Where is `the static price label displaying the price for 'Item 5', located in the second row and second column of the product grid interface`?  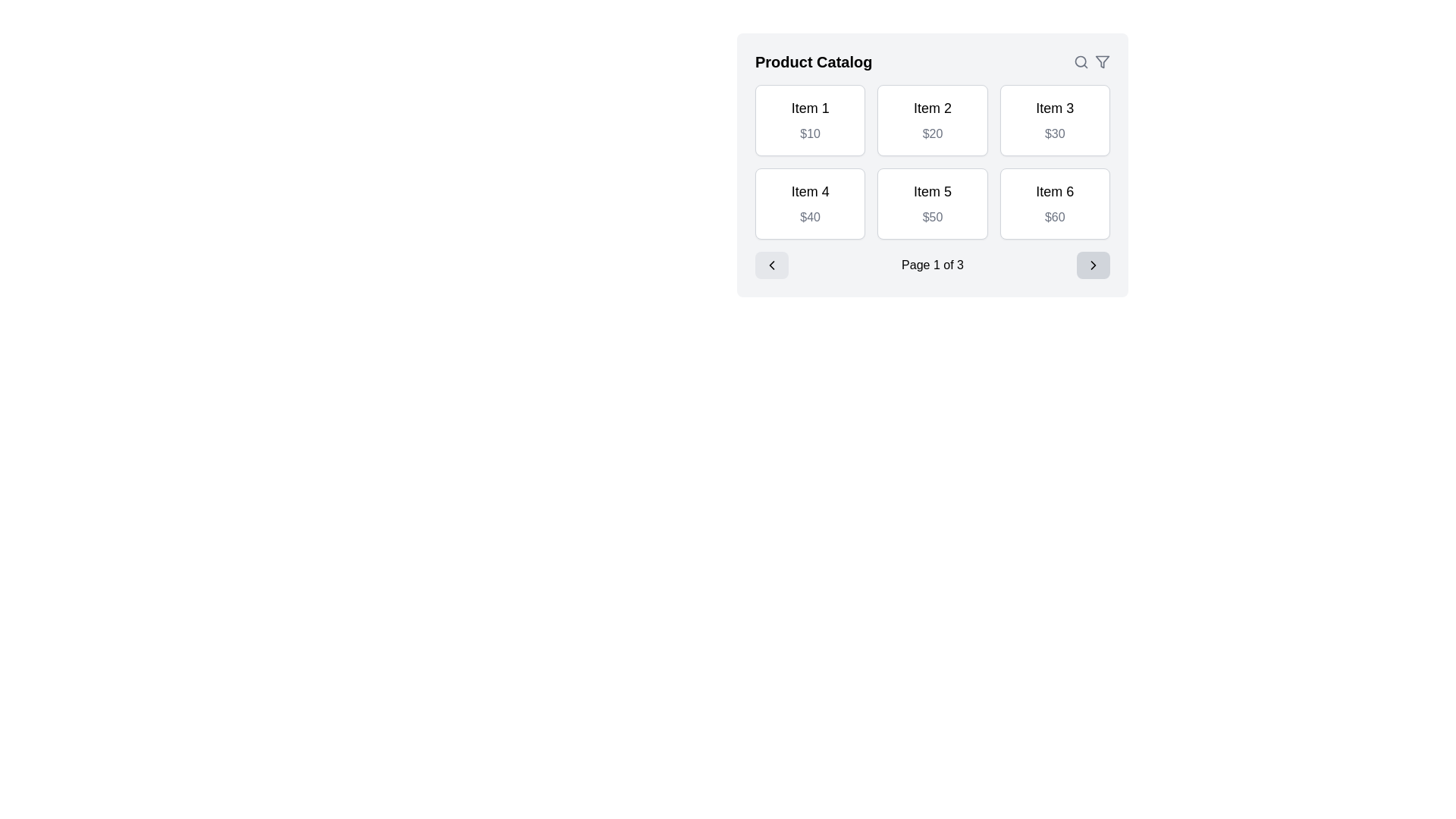
the static price label displaying the price for 'Item 5', located in the second row and second column of the product grid interface is located at coordinates (931, 217).